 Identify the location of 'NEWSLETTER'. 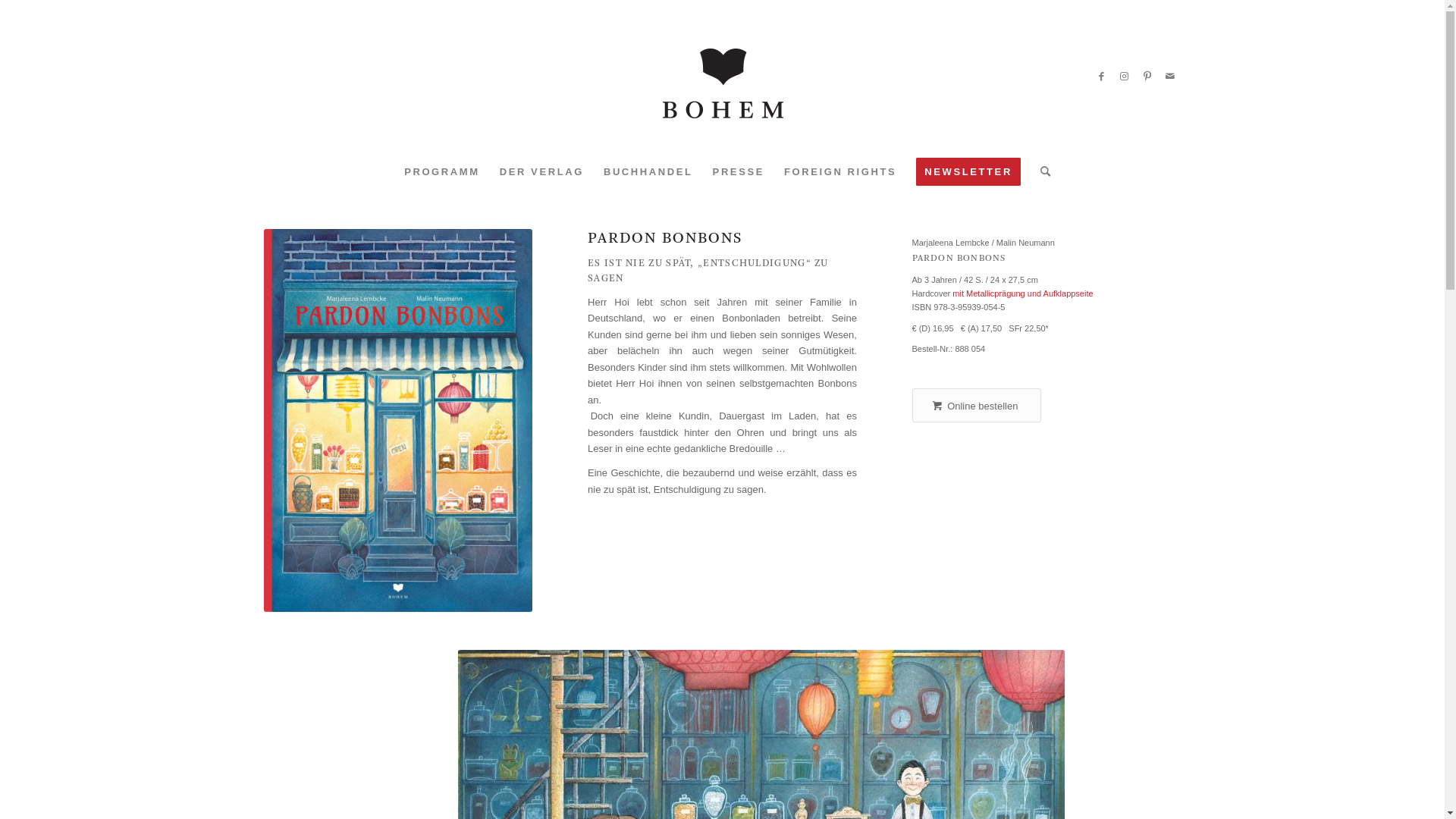
(906, 171).